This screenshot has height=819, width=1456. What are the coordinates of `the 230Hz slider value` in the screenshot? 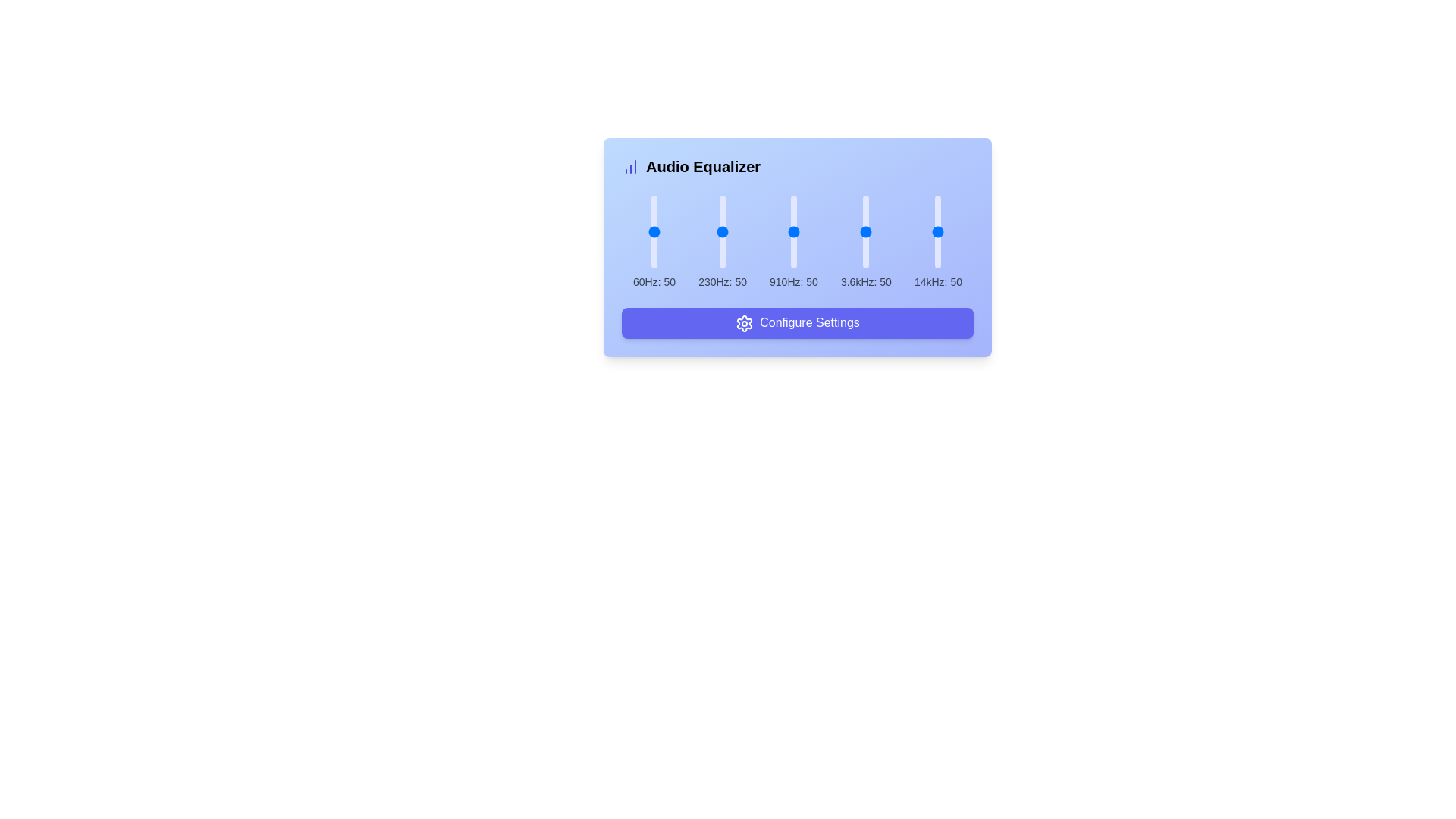 It's located at (722, 243).